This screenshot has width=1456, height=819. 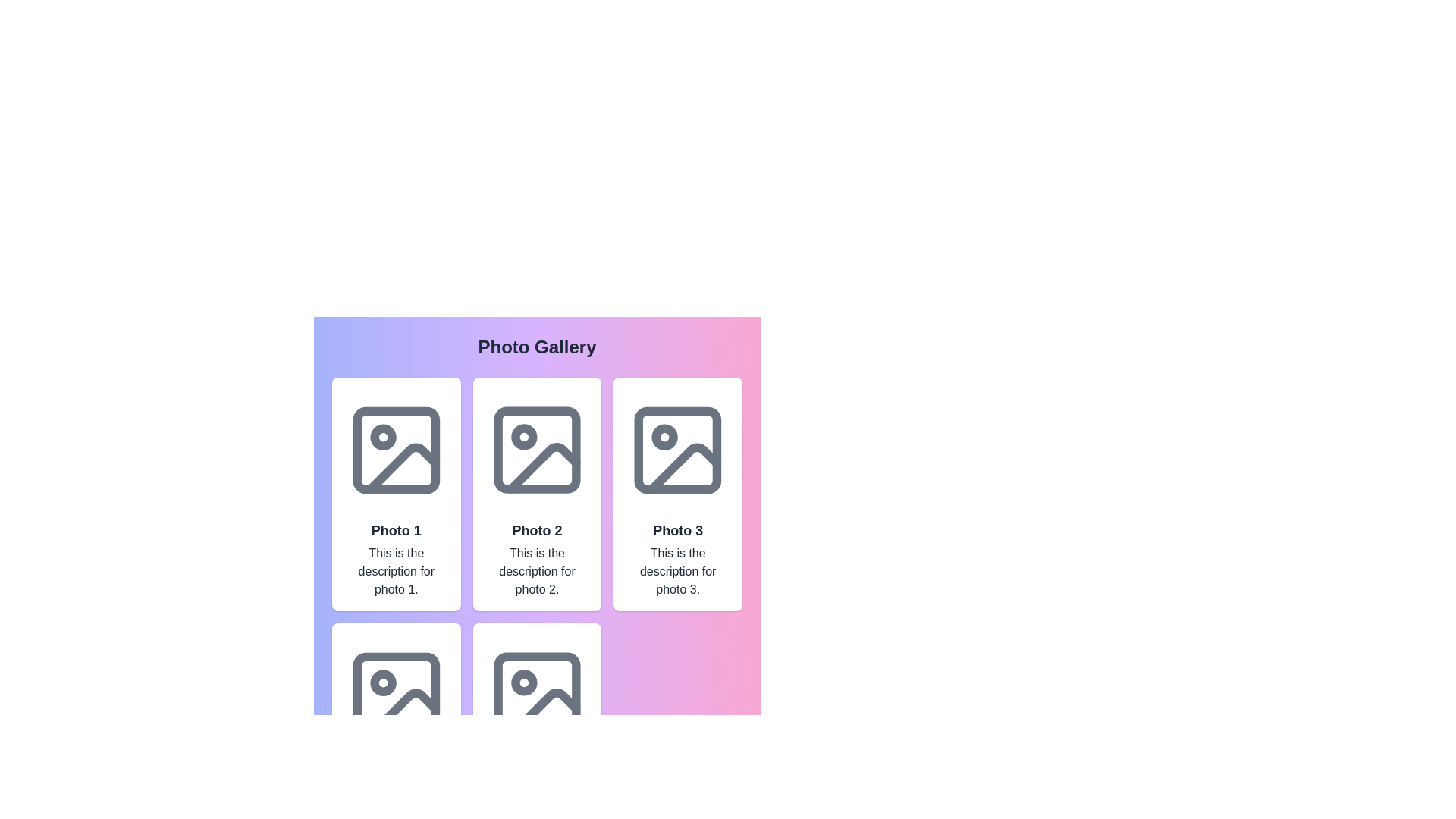 I want to click on the graphical component resembling a slanted line within the first image icon on the left in the top row of the photo gallery grid, so click(x=403, y=467).